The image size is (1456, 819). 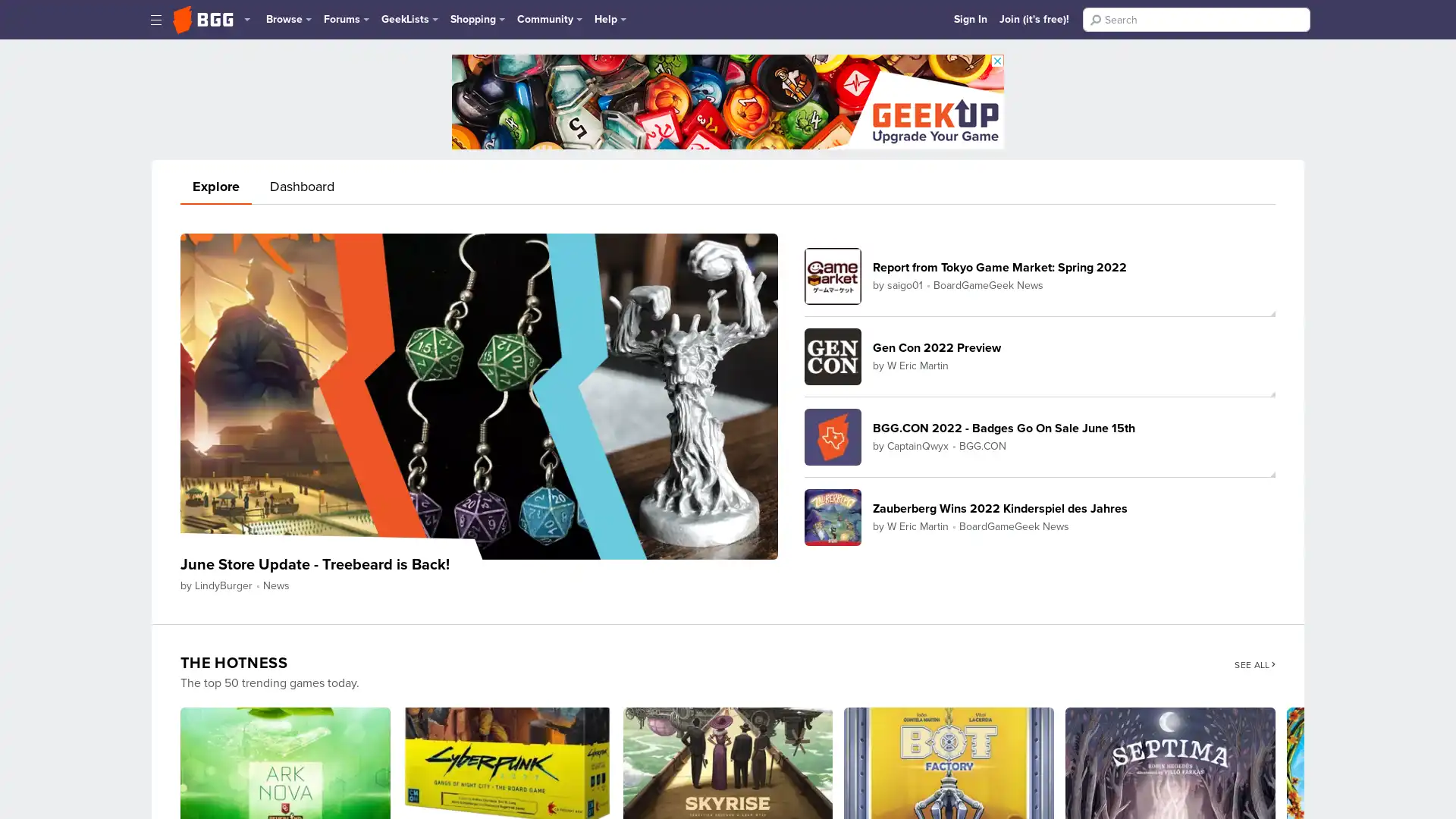 I want to click on Community, so click(x=548, y=20).